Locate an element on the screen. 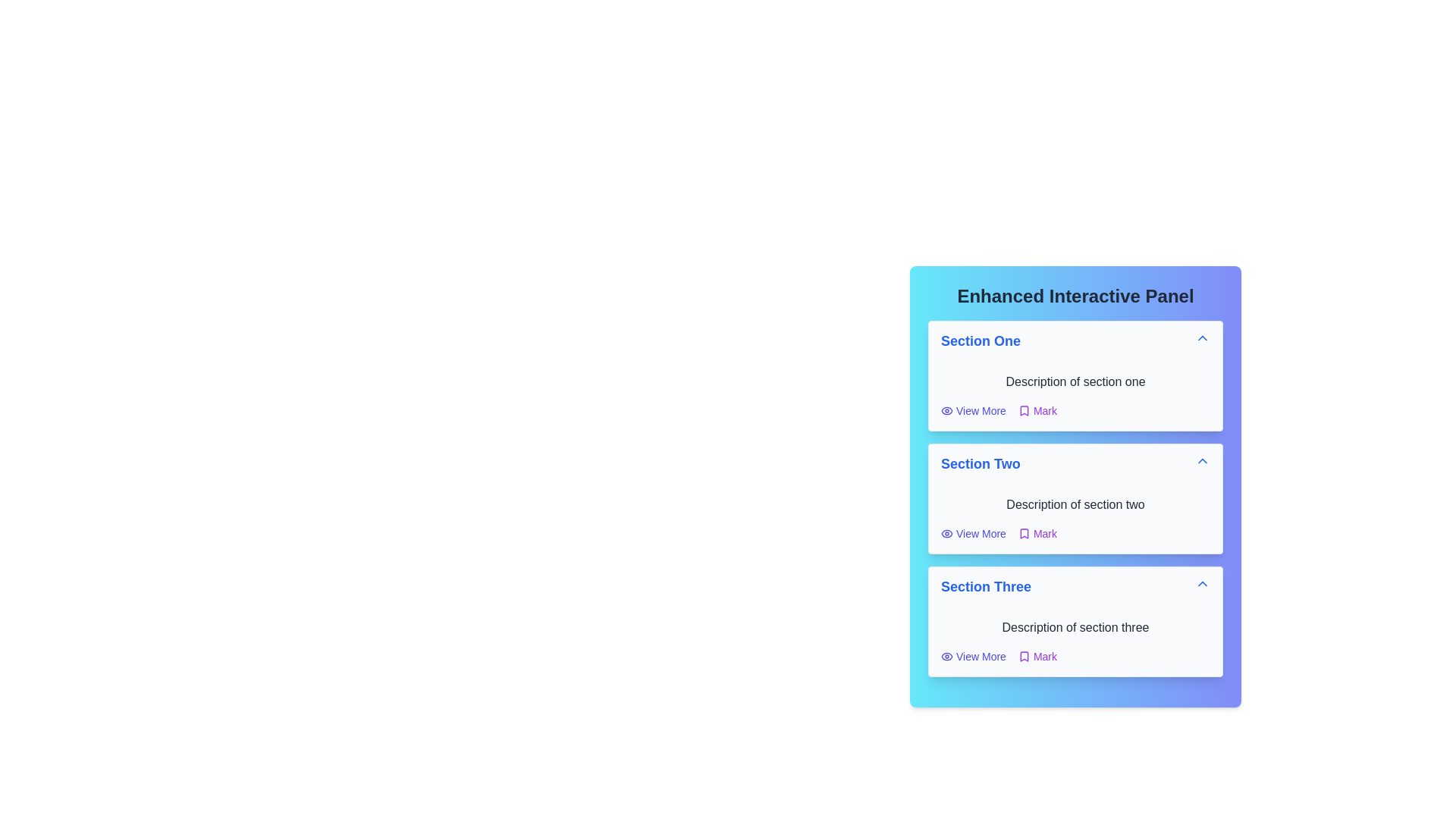  the Chevron icon button located at the far right side of the header of the 'Section Two' panel is located at coordinates (1201, 460).